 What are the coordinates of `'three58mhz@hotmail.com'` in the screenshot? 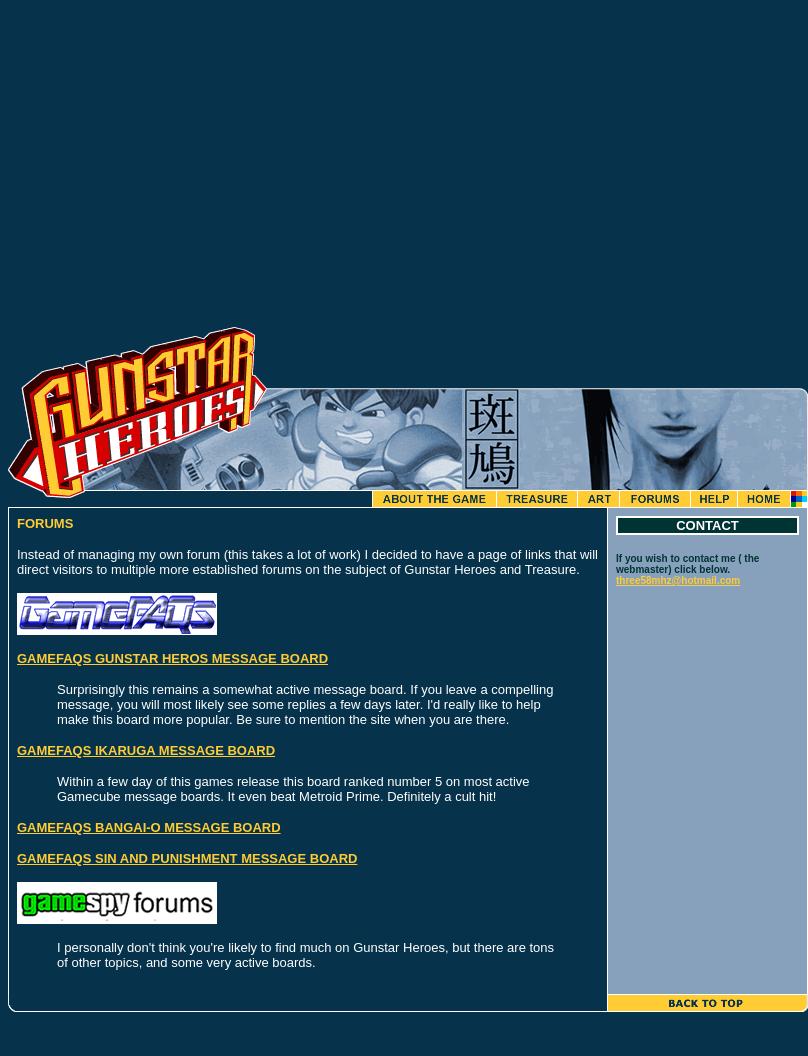 It's located at (616, 580).